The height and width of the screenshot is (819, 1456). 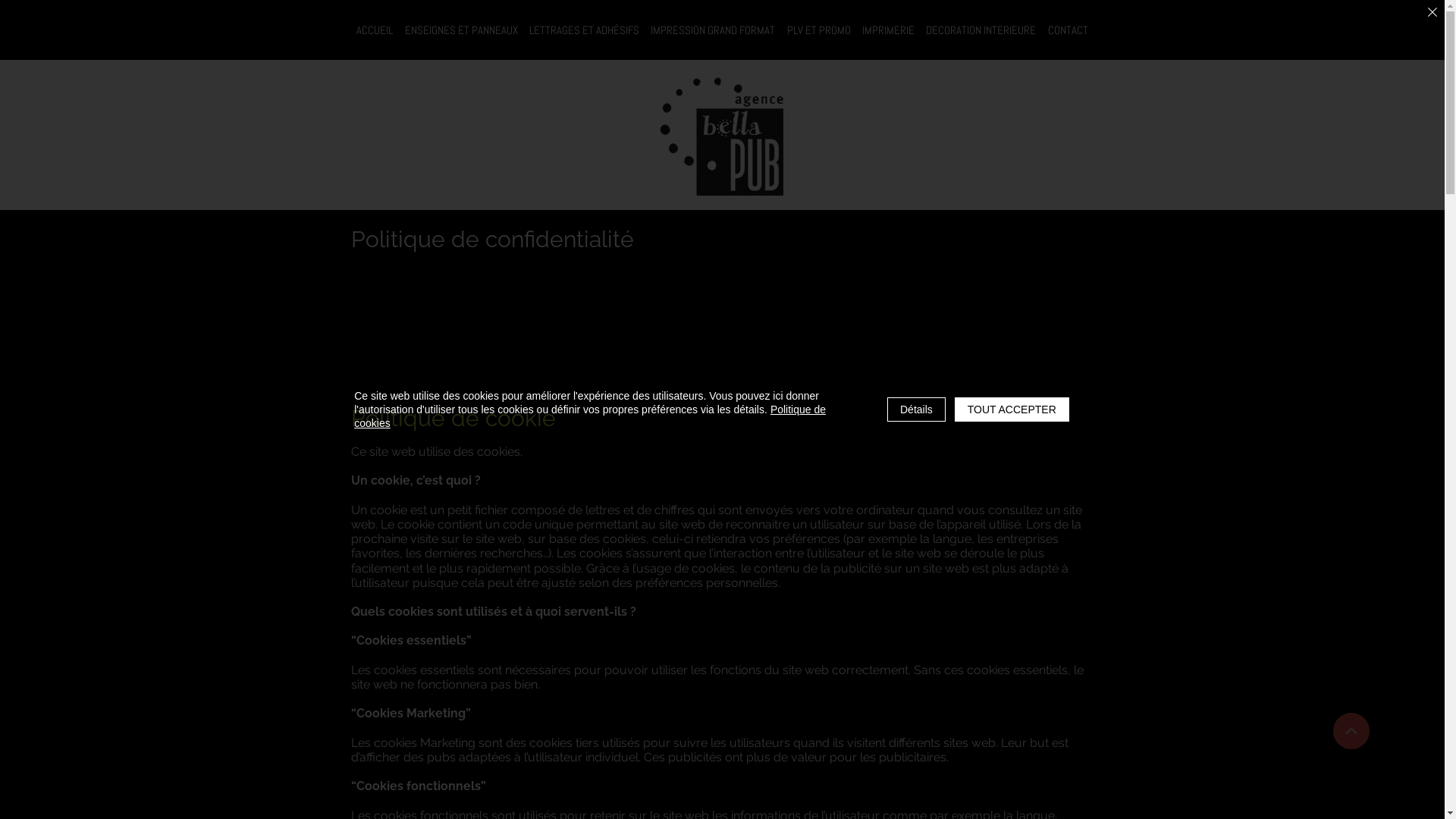 What do you see at coordinates (374, 29) in the screenshot?
I see `'ACCUEIL'` at bounding box center [374, 29].